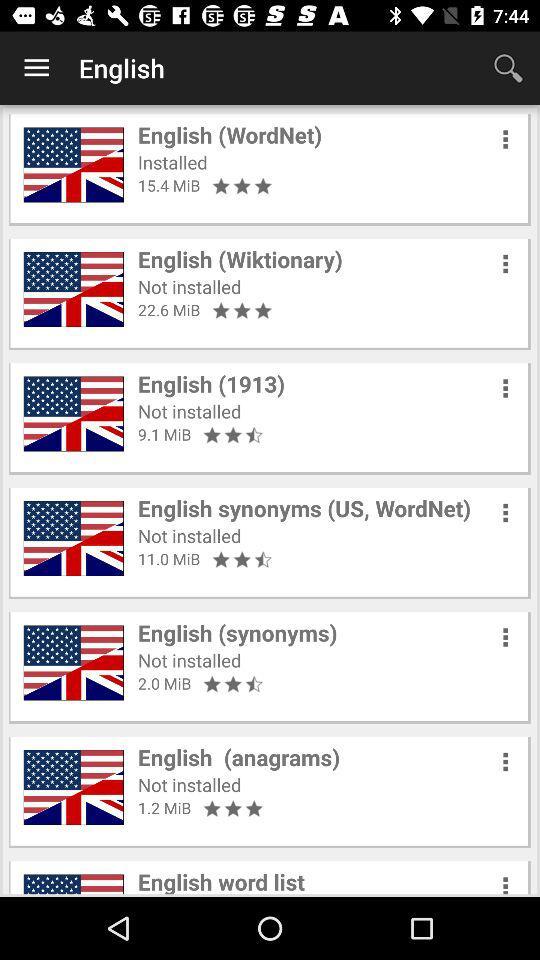 Image resolution: width=540 pixels, height=960 pixels. I want to click on the english word list item, so click(220, 879).